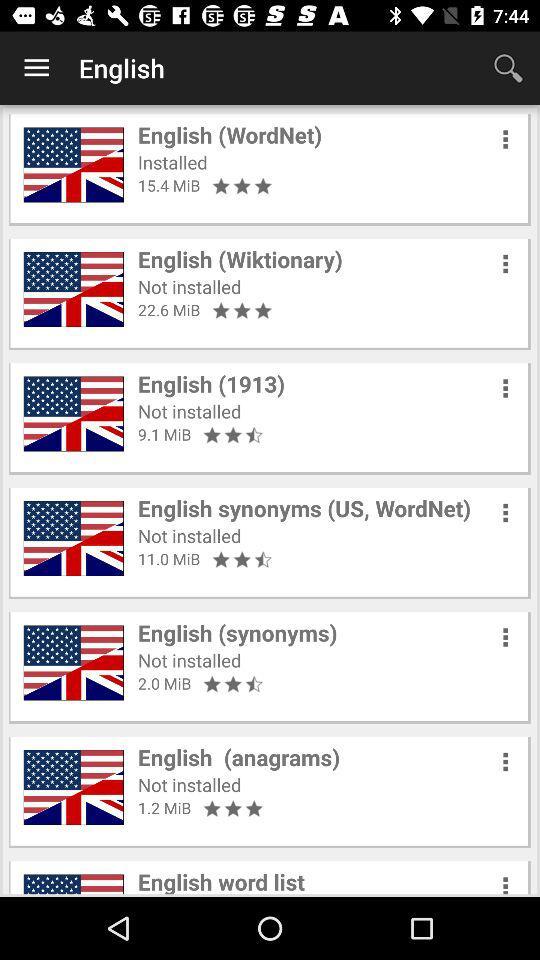 Image resolution: width=540 pixels, height=960 pixels. I want to click on the english word list item, so click(220, 879).